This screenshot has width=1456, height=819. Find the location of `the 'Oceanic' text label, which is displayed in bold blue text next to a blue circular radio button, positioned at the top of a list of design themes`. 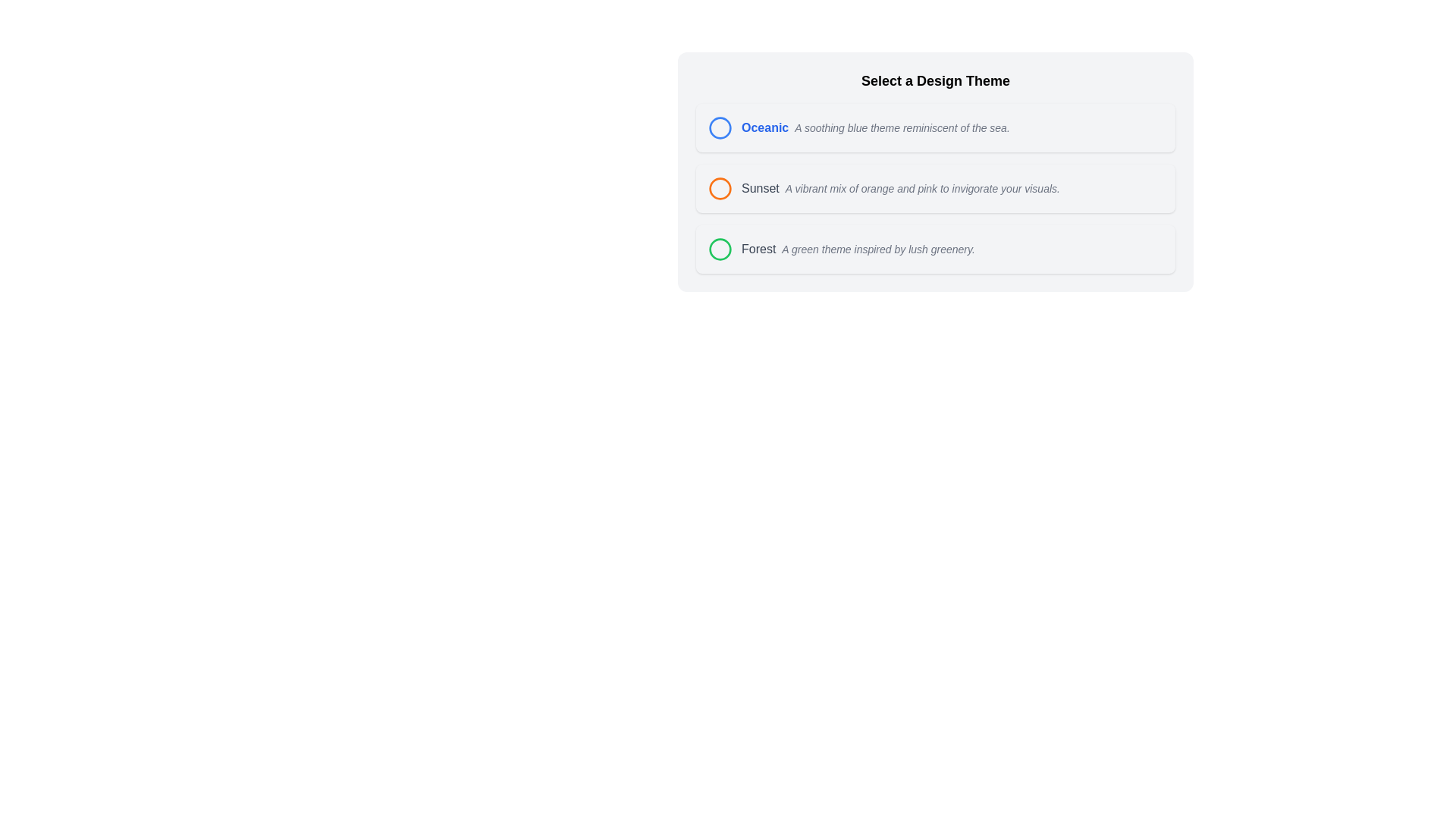

the 'Oceanic' text label, which is displayed in bold blue text next to a blue circular radio button, positioned at the top of a list of design themes is located at coordinates (765, 127).